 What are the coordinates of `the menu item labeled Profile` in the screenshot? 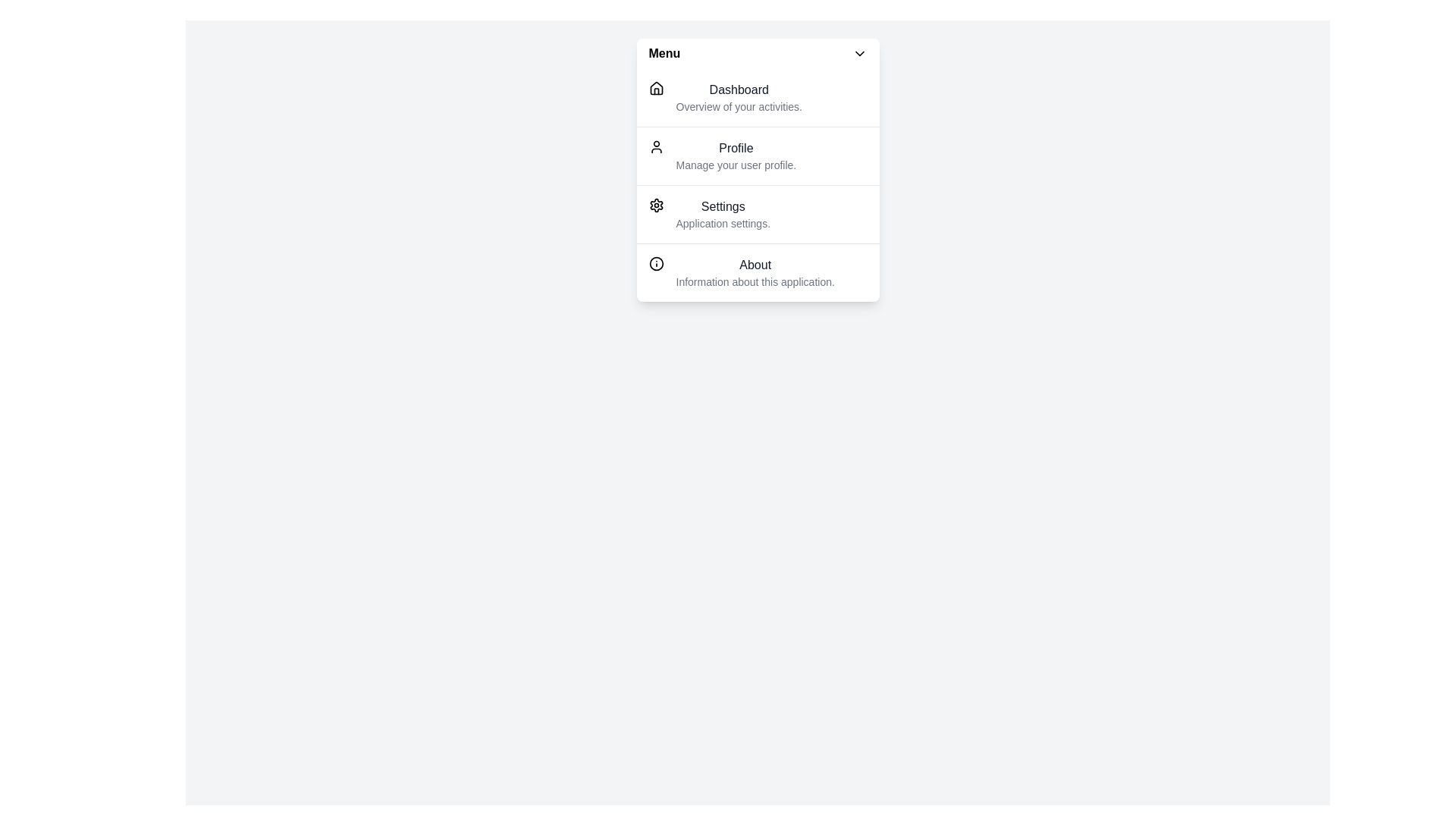 It's located at (758, 155).